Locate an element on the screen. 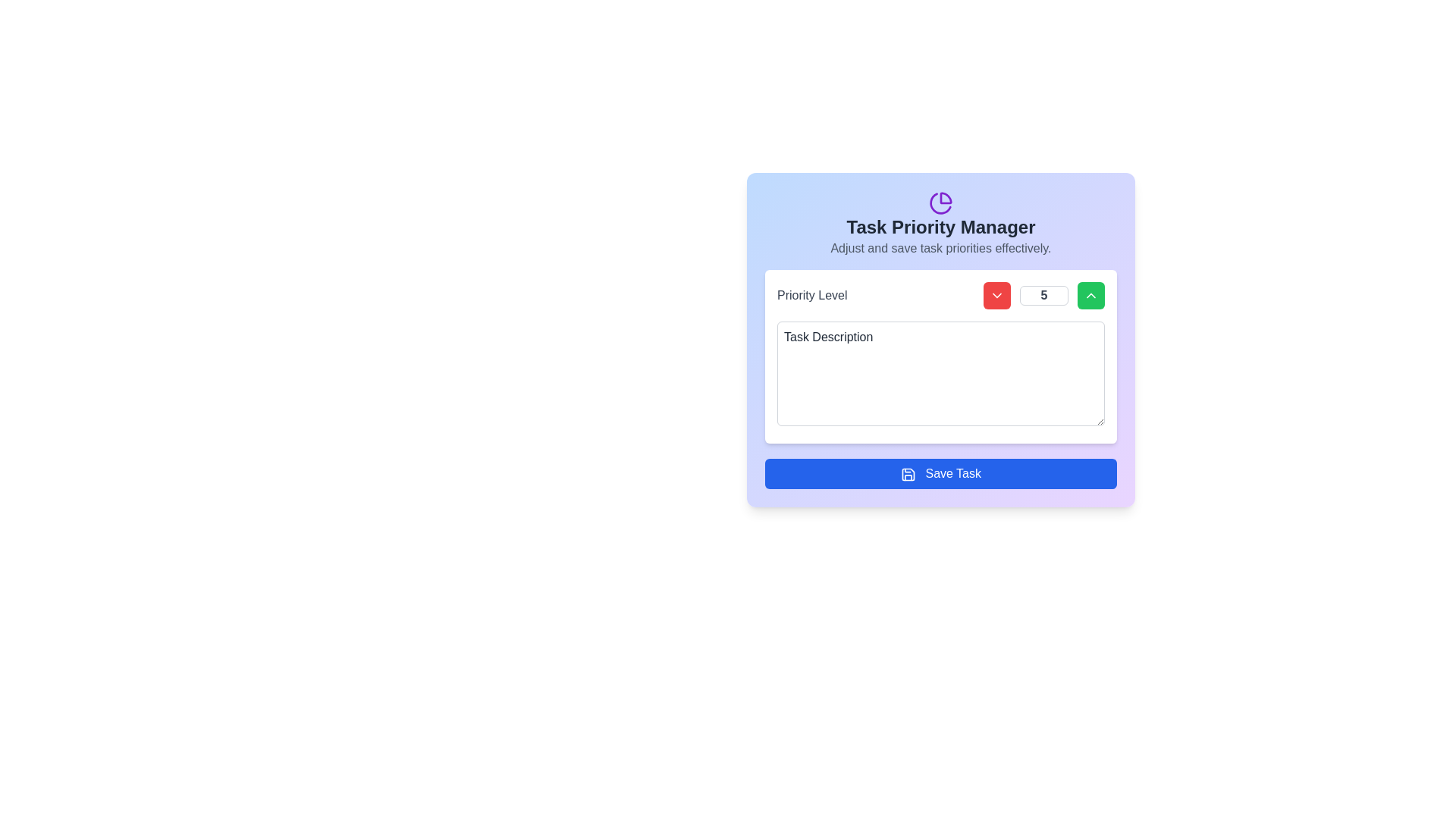 The width and height of the screenshot is (1456, 819). the upward action icon within the green button to increment the priority level value is located at coordinates (1090, 295).